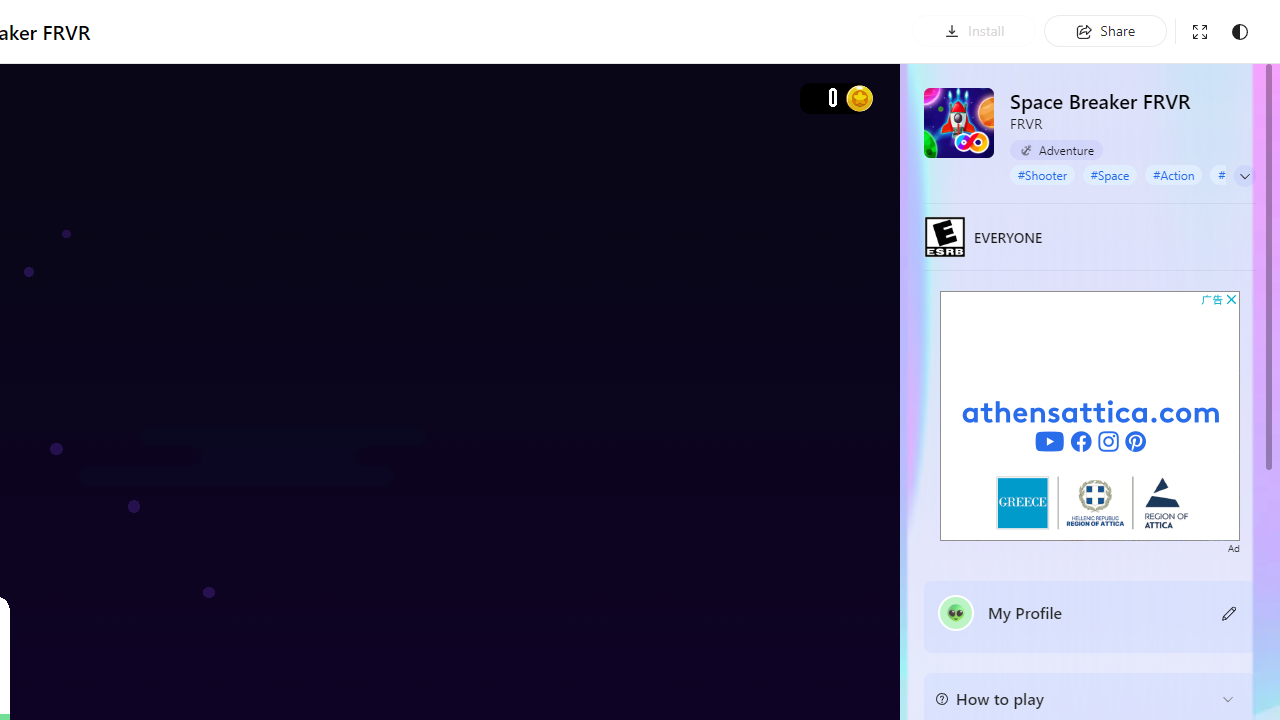 The image size is (1280, 720). I want to click on '""', so click(955, 612).